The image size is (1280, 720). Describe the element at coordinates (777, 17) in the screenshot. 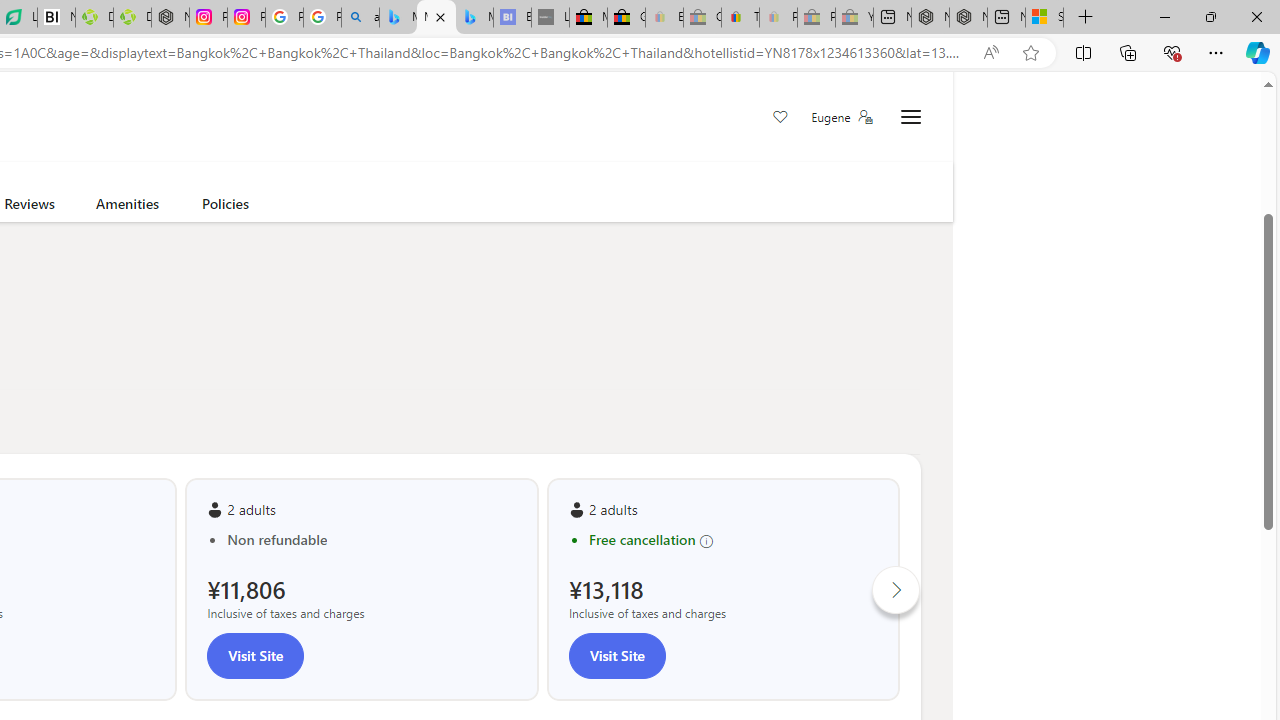

I see `'Payments Terms of Use | eBay.com - Sleeping'` at that location.